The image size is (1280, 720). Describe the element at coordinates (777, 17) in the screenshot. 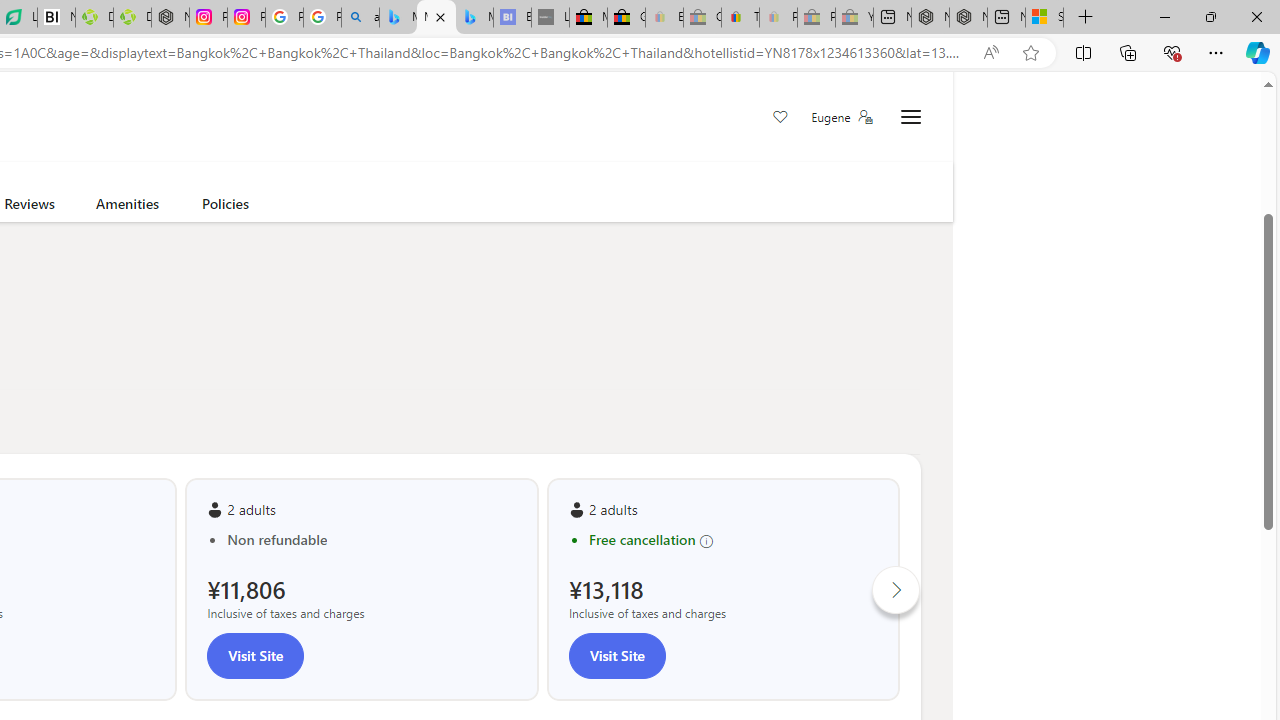

I see `'Payments Terms of Use | eBay.com - Sleeping'` at that location.